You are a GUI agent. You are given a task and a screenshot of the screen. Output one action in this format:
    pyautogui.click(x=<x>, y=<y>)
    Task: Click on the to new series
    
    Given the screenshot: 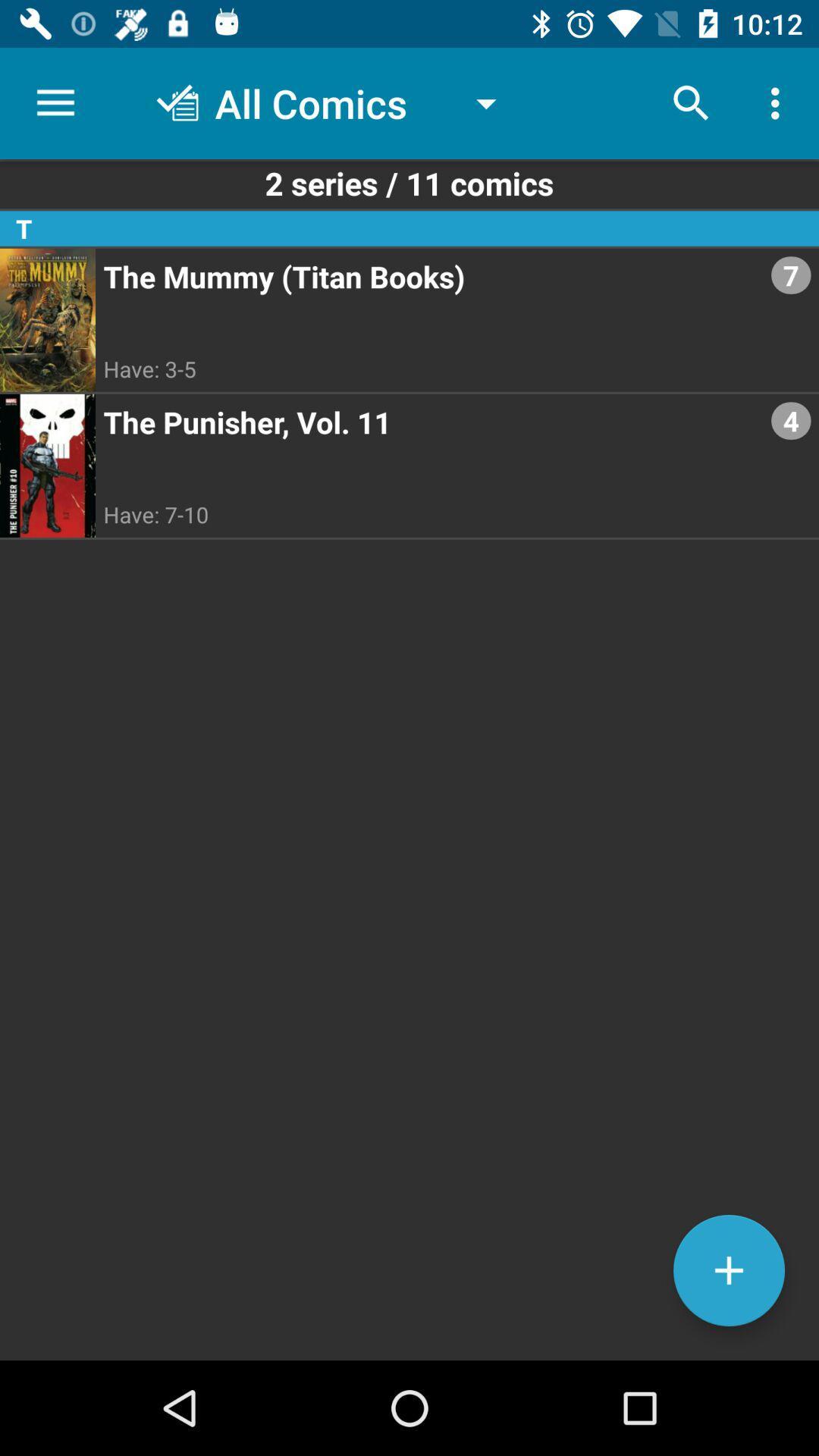 What is the action you would take?
    pyautogui.click(x=728, y=1270)
    